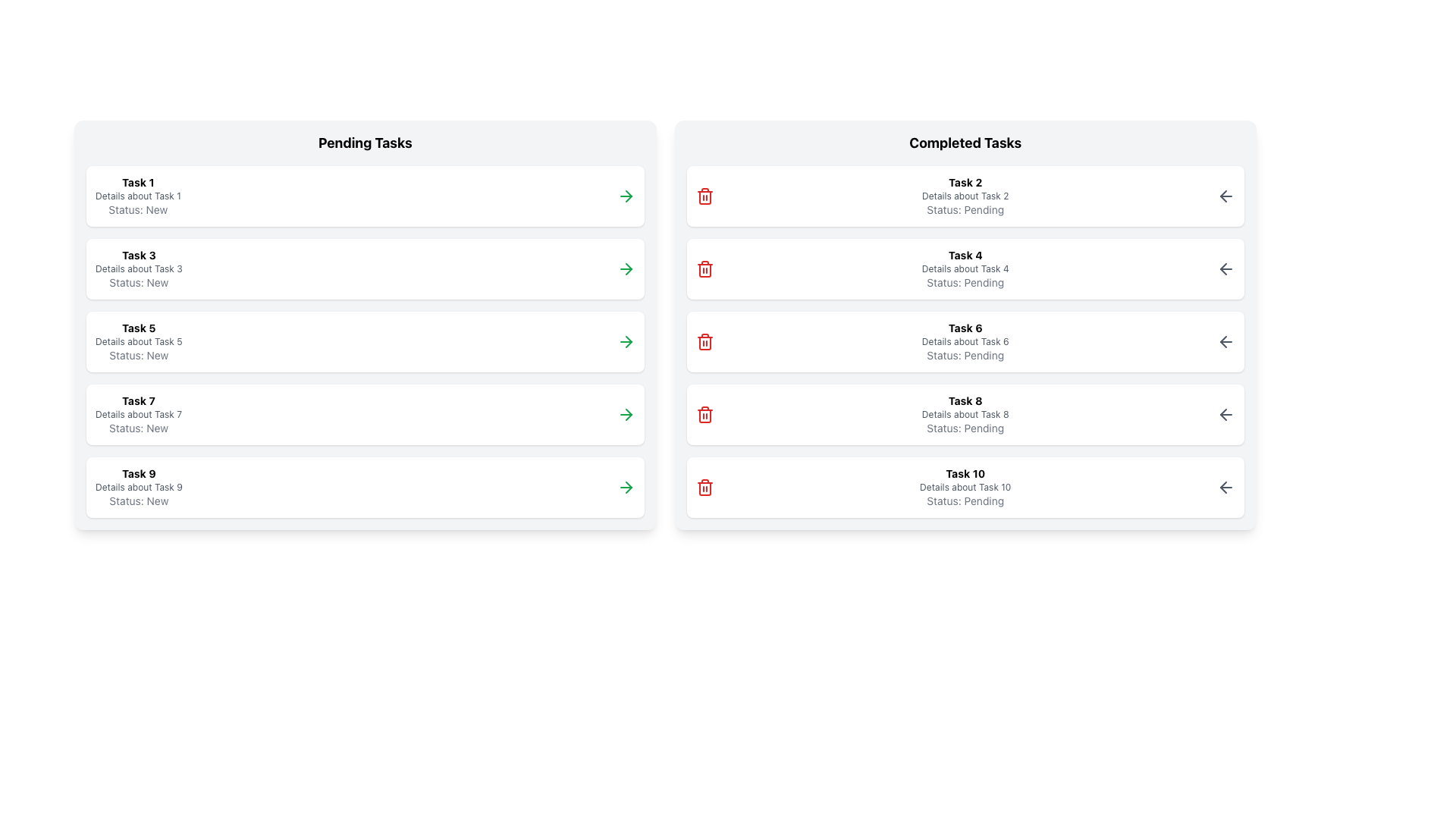 The image size is (1456, 819). Describe the element at coordinates (139, 342) in the screenshot. I see `text content from the third card in the 'Pending Tasks' section, which displays the task's title, description, and current status` at that location.